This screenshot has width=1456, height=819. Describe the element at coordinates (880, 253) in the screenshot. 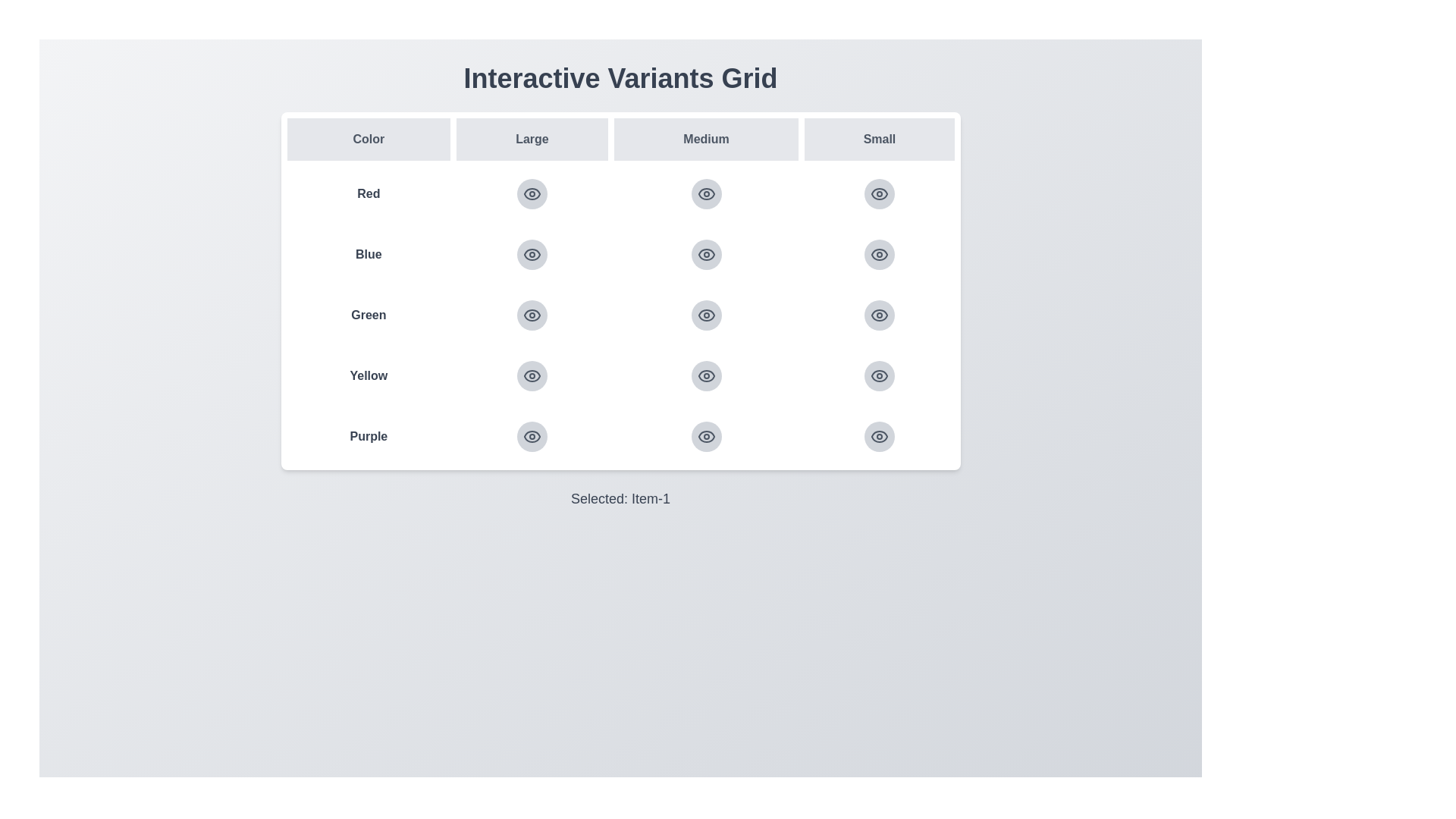

I see `the eye icon button located in the 'Blue' row and 'Small' column to potentially display a tooltip or effect` at that location.